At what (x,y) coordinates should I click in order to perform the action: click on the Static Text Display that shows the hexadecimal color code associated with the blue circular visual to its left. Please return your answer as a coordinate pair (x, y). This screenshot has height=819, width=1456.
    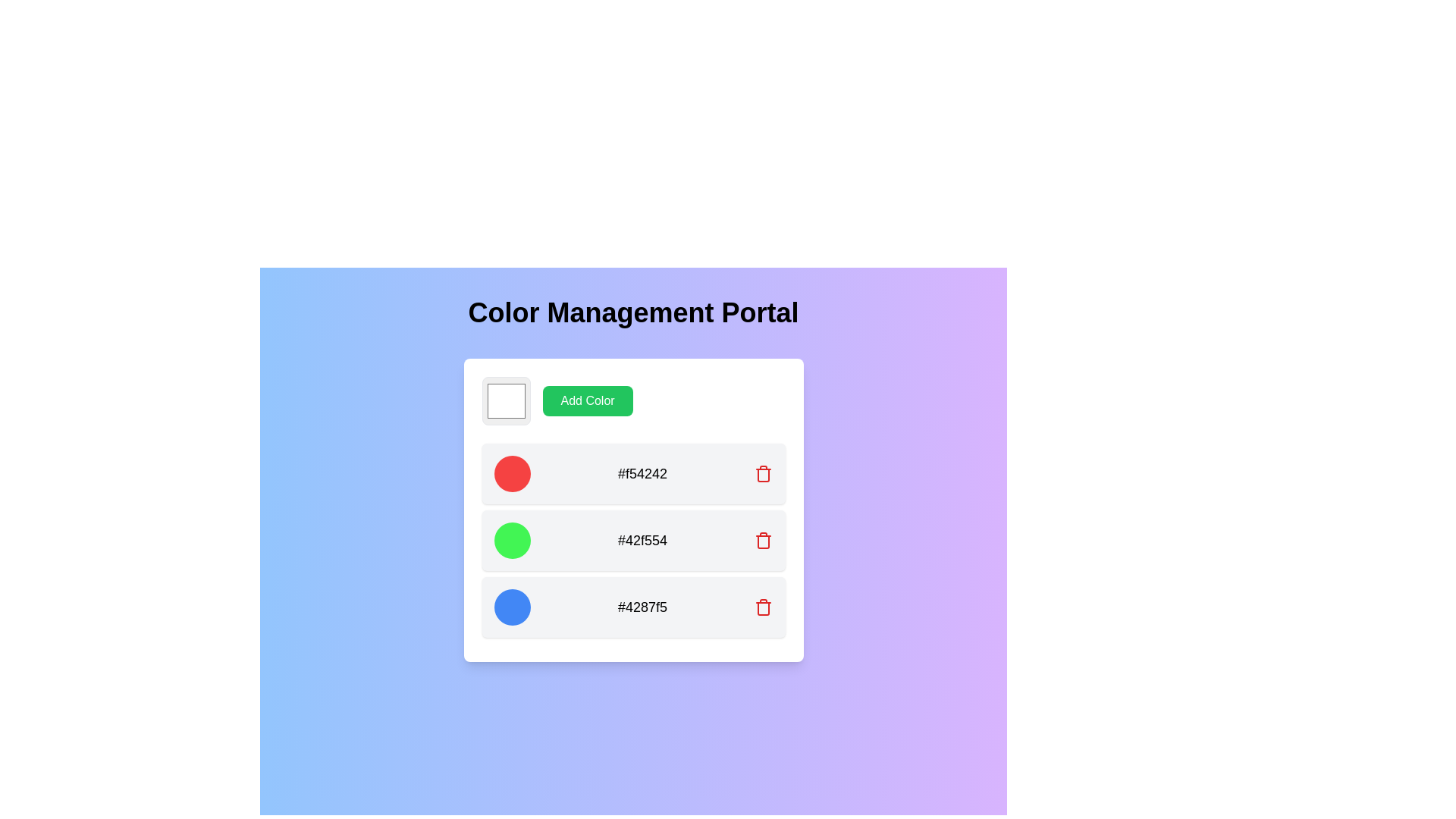
    Looking at the image, I should click on (642, 607).